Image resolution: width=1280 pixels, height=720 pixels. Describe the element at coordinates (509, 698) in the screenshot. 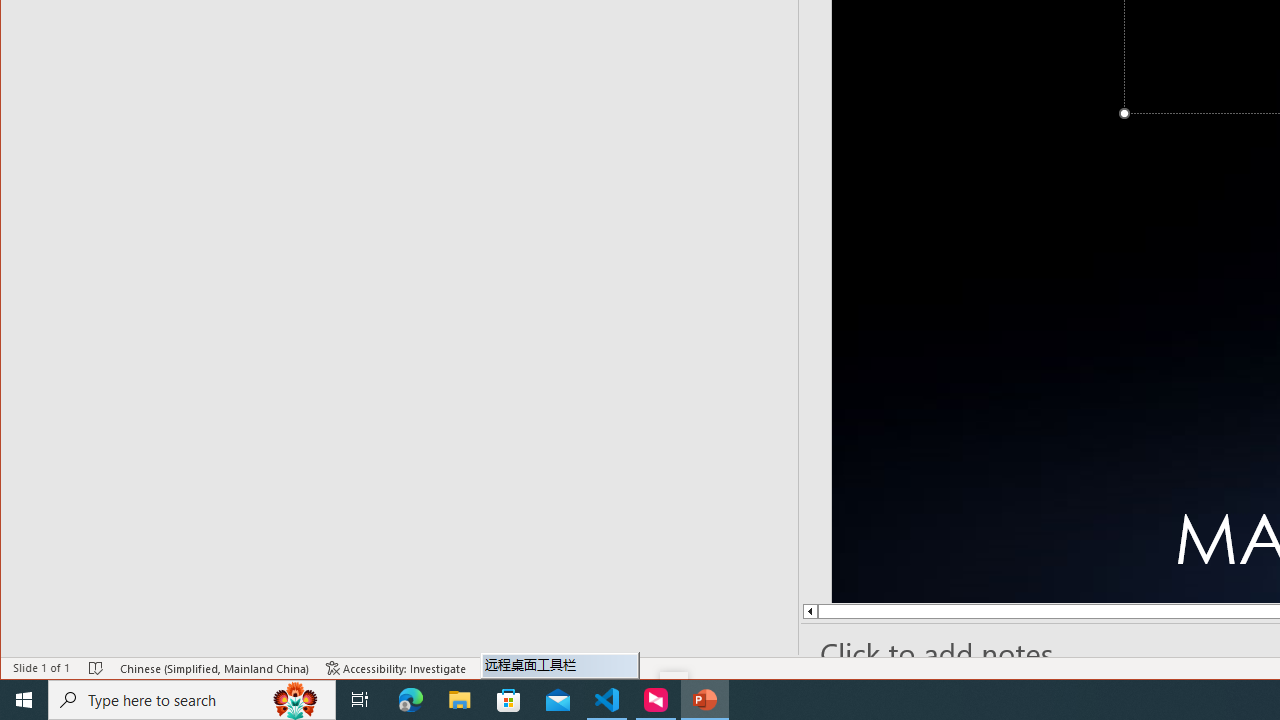

I see `'Microsoft Store'` at that location.